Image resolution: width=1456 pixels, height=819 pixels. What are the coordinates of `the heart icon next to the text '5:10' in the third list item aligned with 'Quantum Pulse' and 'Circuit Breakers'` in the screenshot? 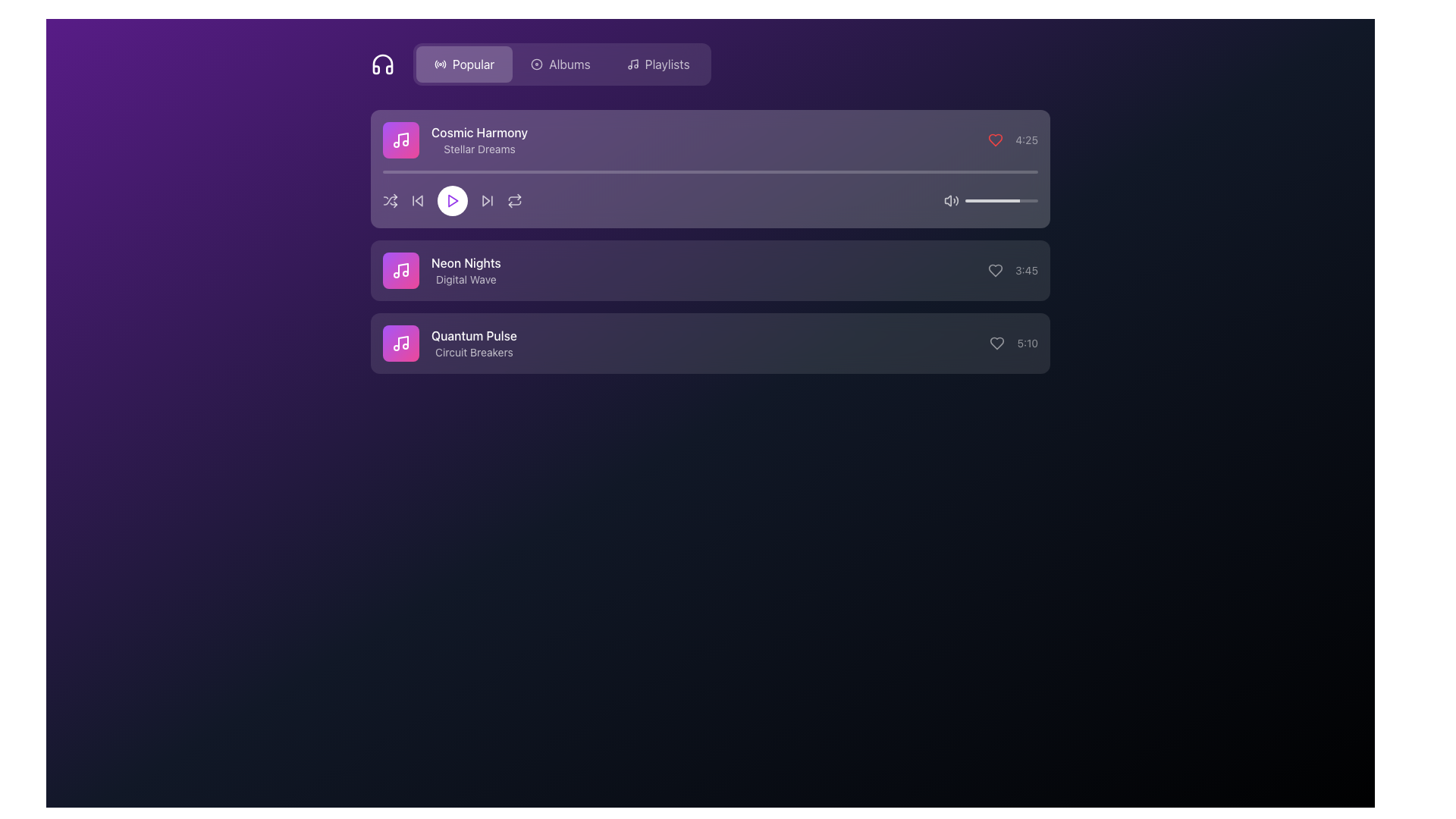 It's located at (1014, 343).